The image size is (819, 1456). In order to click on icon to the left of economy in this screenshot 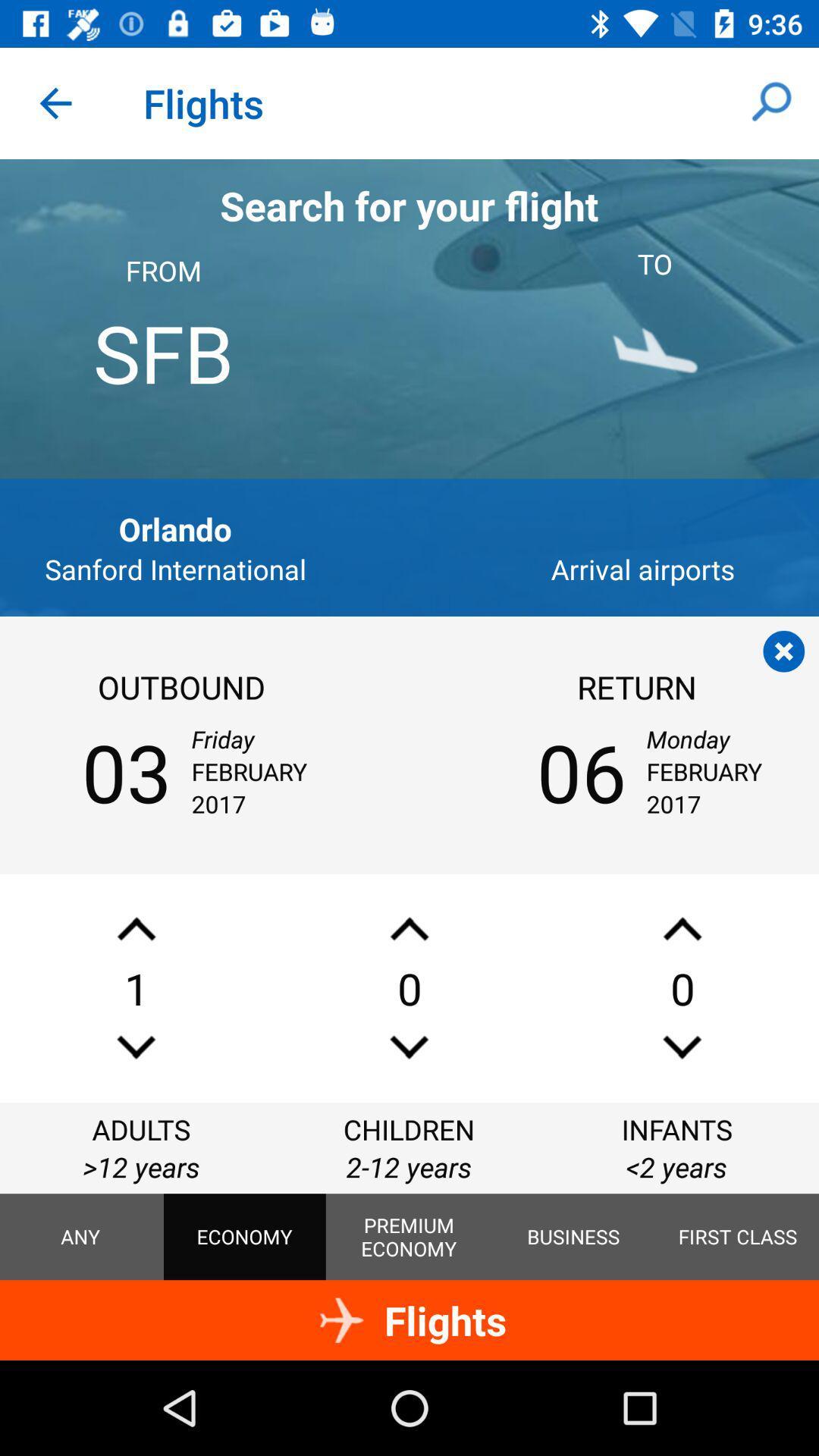, I will do `click(80, 1237)`.